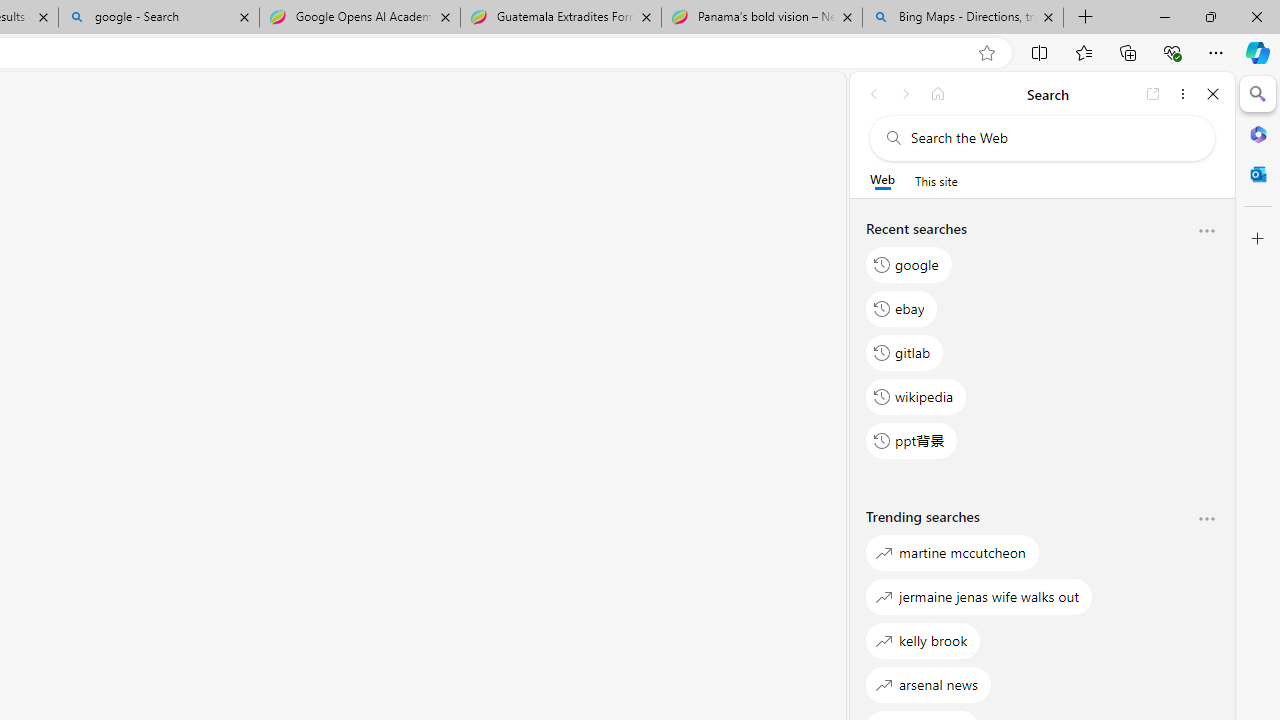  What do you see at coordinates (979, 595) in the screenshot?
I see `'jermaine jenas wife walks out'` at bounding box center [979, 595].